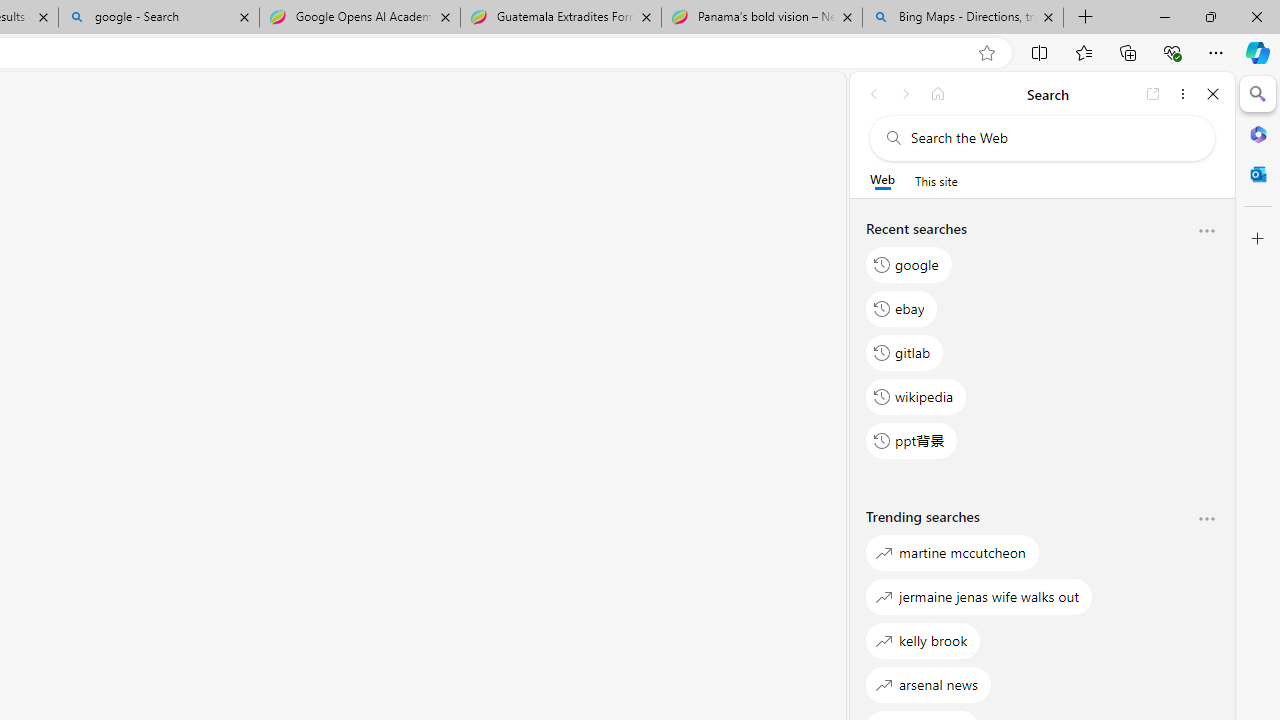  What do you see at coordinates (979, 595) in the screenshot?
I see `'jermaine jenas wife walks out'` at bounding box center [979, 595].